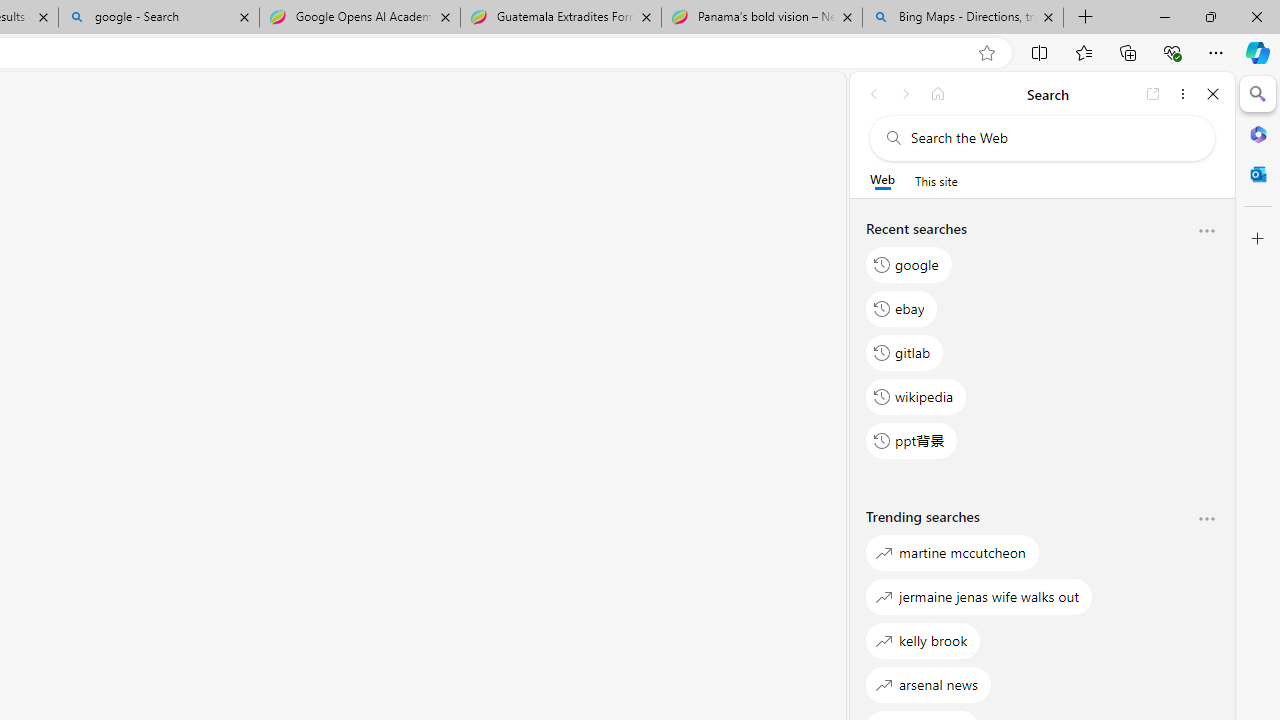  What do you see at coordinates (979, 595) in the screenshot?
I see `'jermaine jenas wife walks out'` at bounding box center [979, 595].